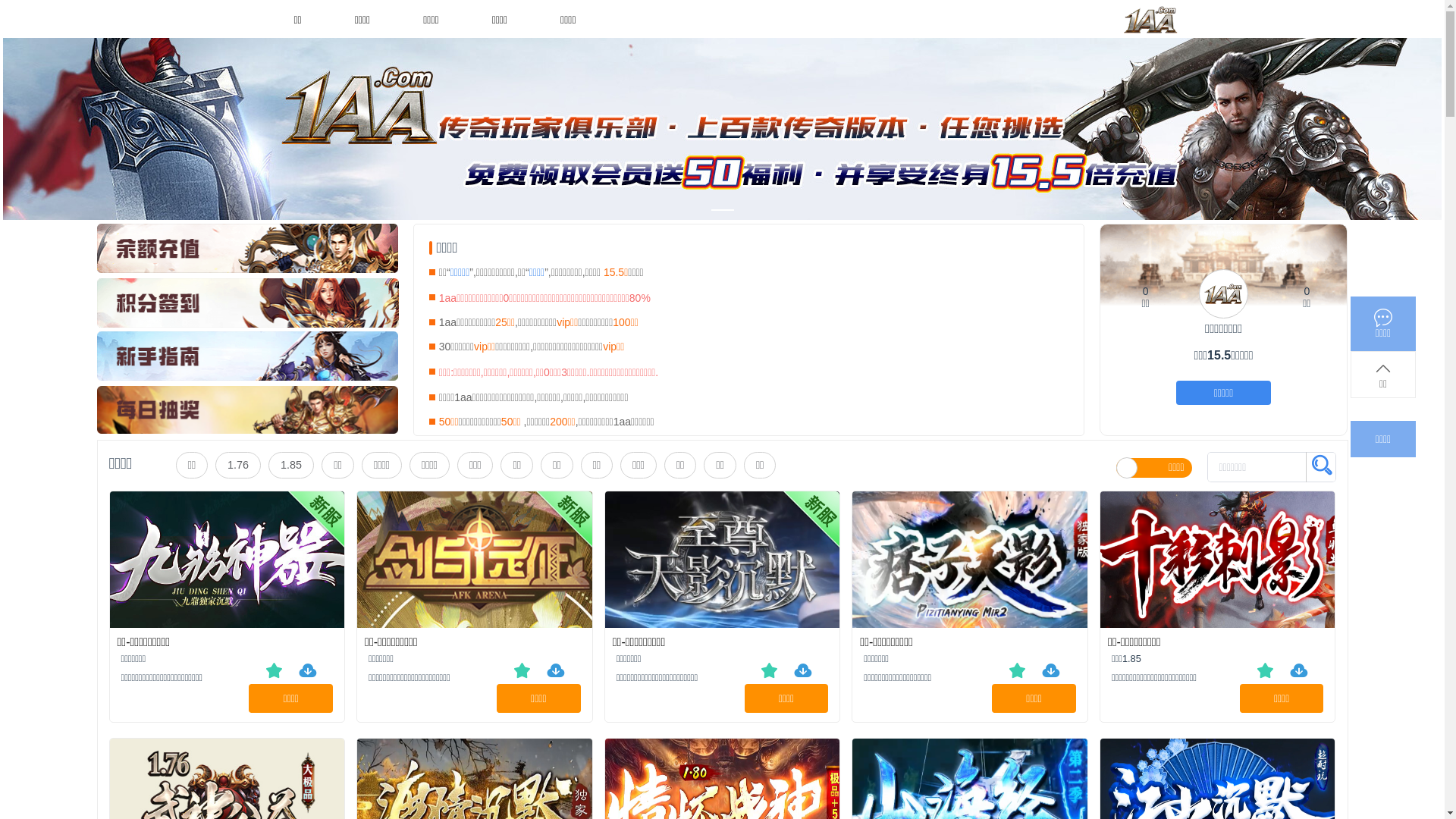 Image resolution: width=1456 pixels, height=819 pixels. Describe the element at coordinates (268, 464) in the screenshot. I see `'1.85'` at that location.